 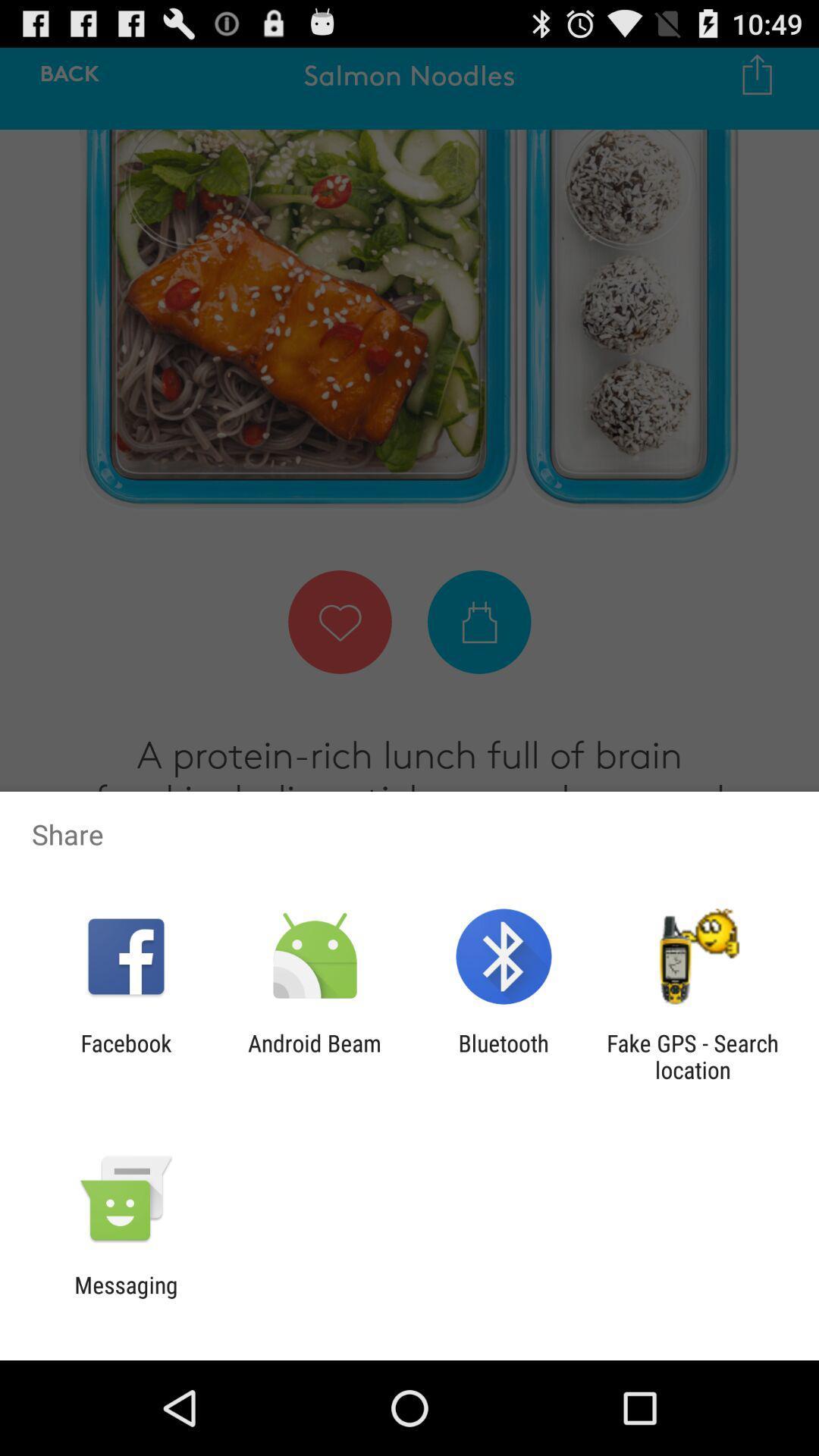 I want to click on the app next to bluetooth app, so click(x=314, y=1056).